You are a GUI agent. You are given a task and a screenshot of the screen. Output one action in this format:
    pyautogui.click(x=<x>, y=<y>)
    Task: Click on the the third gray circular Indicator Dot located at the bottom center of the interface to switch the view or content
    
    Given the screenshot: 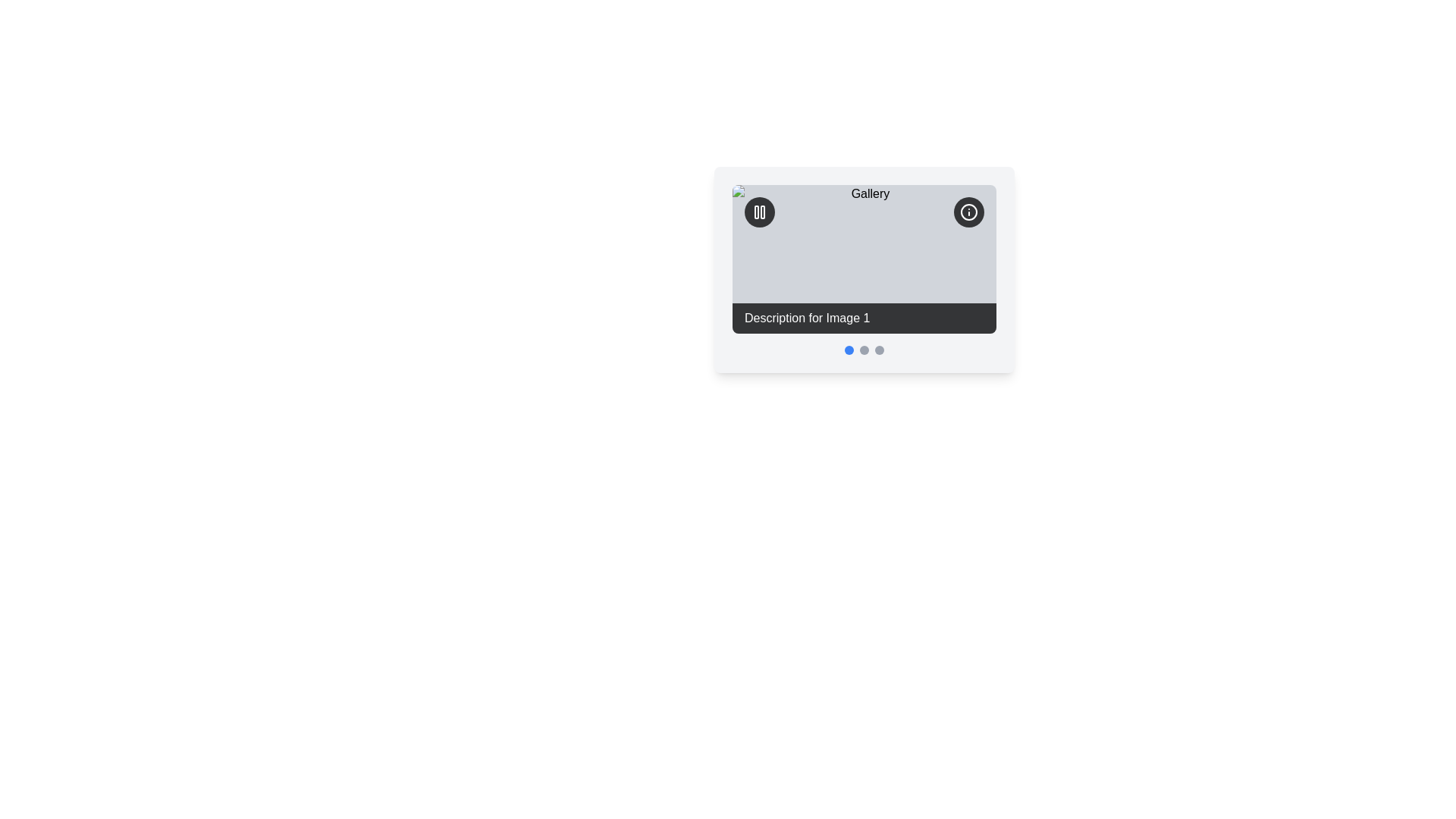 What is the action you would take?
    pyautogui.click(x=880, y=350)
    